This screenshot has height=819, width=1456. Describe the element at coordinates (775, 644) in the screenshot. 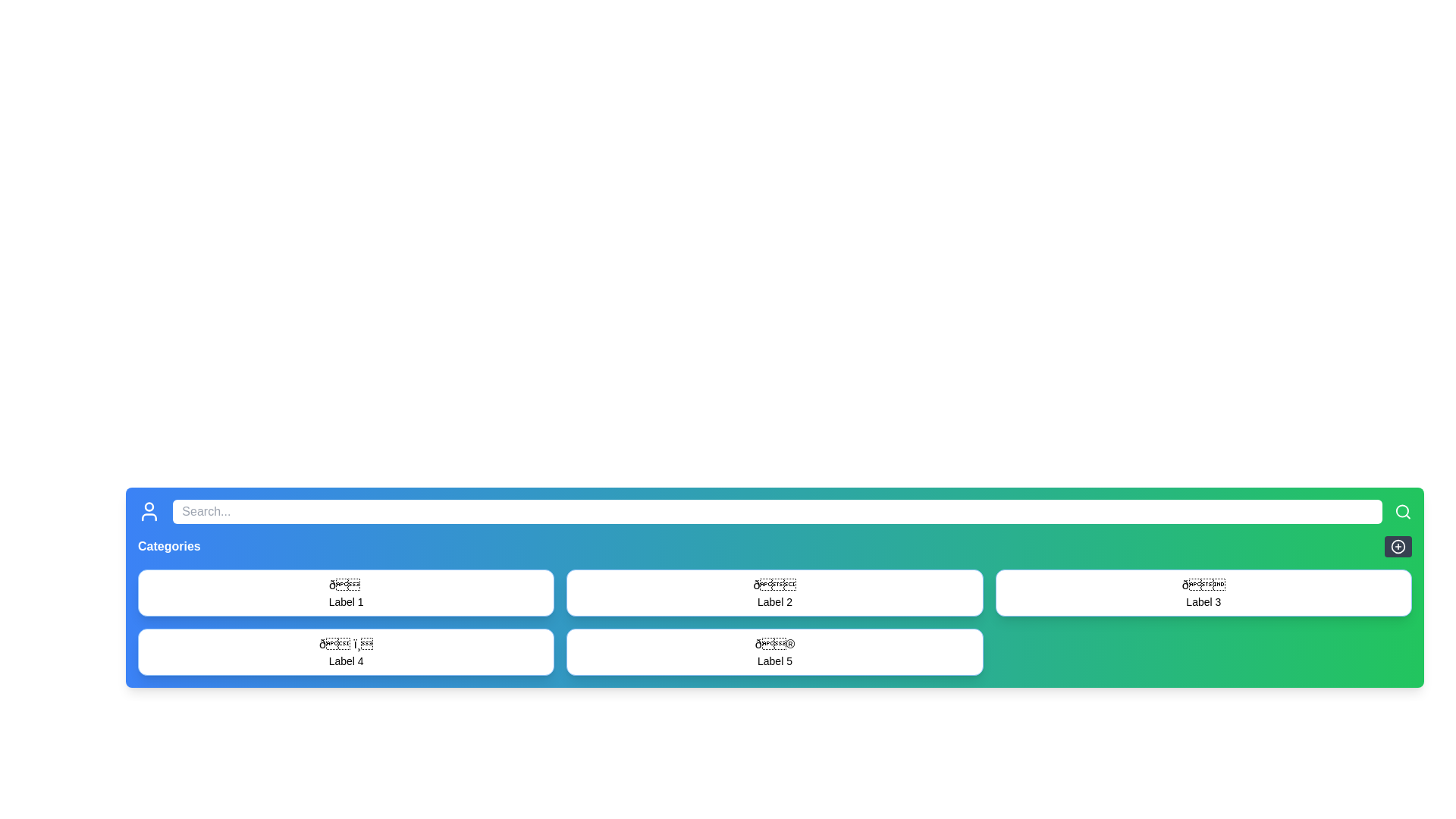

I see `the decorative icon positioned at the top-center of the block containing 'Label 5'` at that location.